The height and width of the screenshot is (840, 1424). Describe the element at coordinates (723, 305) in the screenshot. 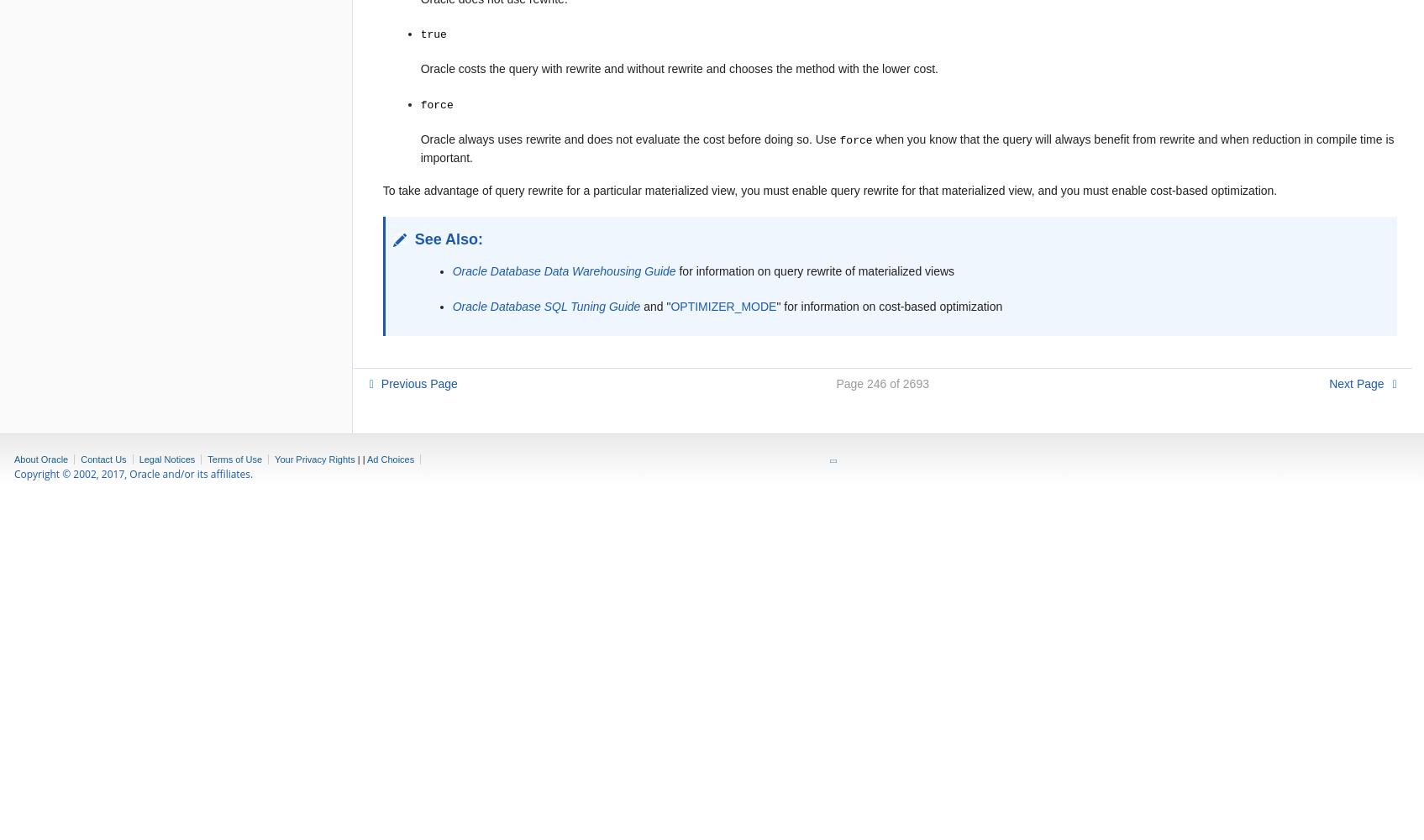

I see `'OPTIMIZER_MODE'` at that location.